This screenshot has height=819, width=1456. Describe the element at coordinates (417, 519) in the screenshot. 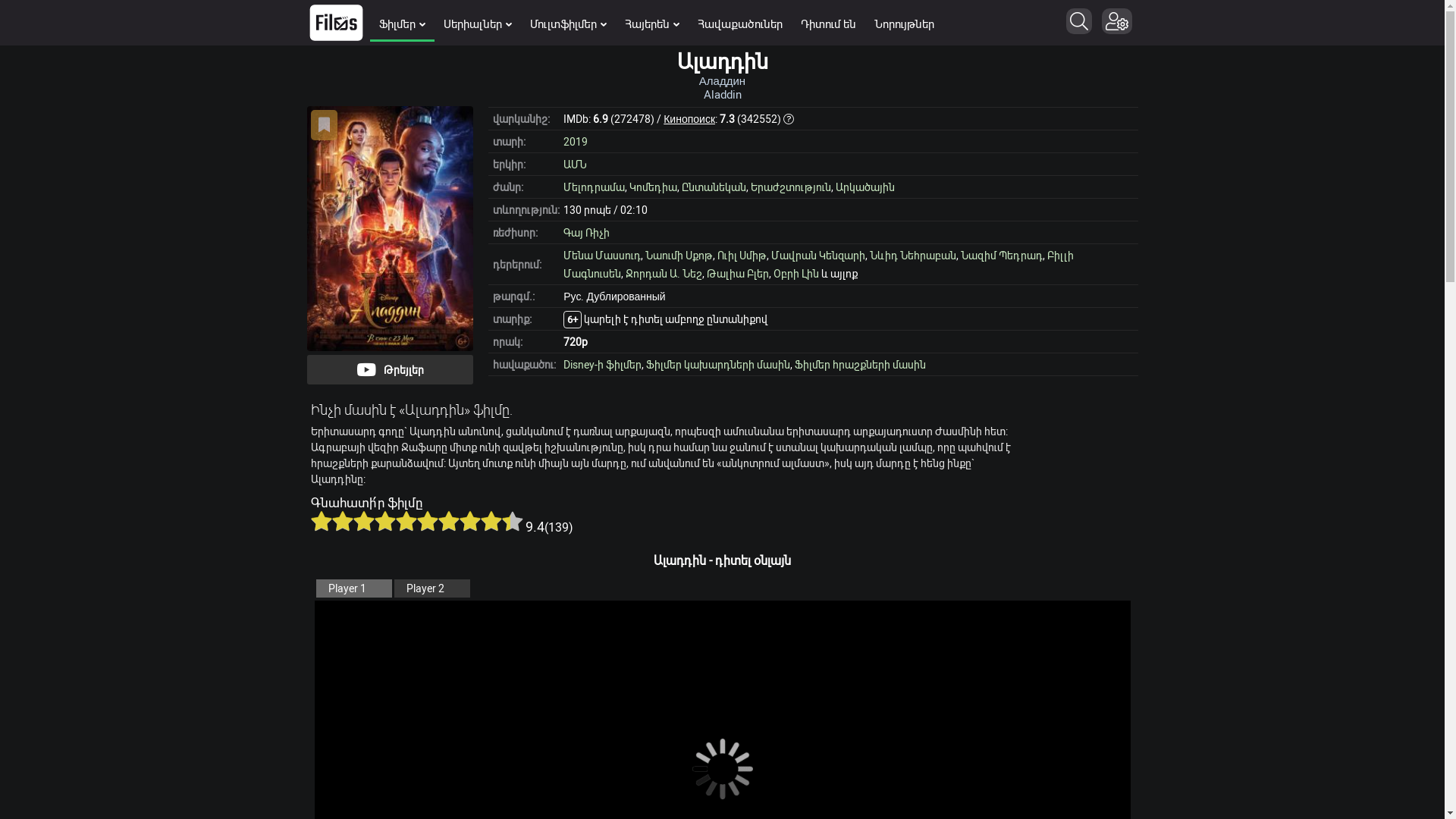

I see `'6'` at that location.